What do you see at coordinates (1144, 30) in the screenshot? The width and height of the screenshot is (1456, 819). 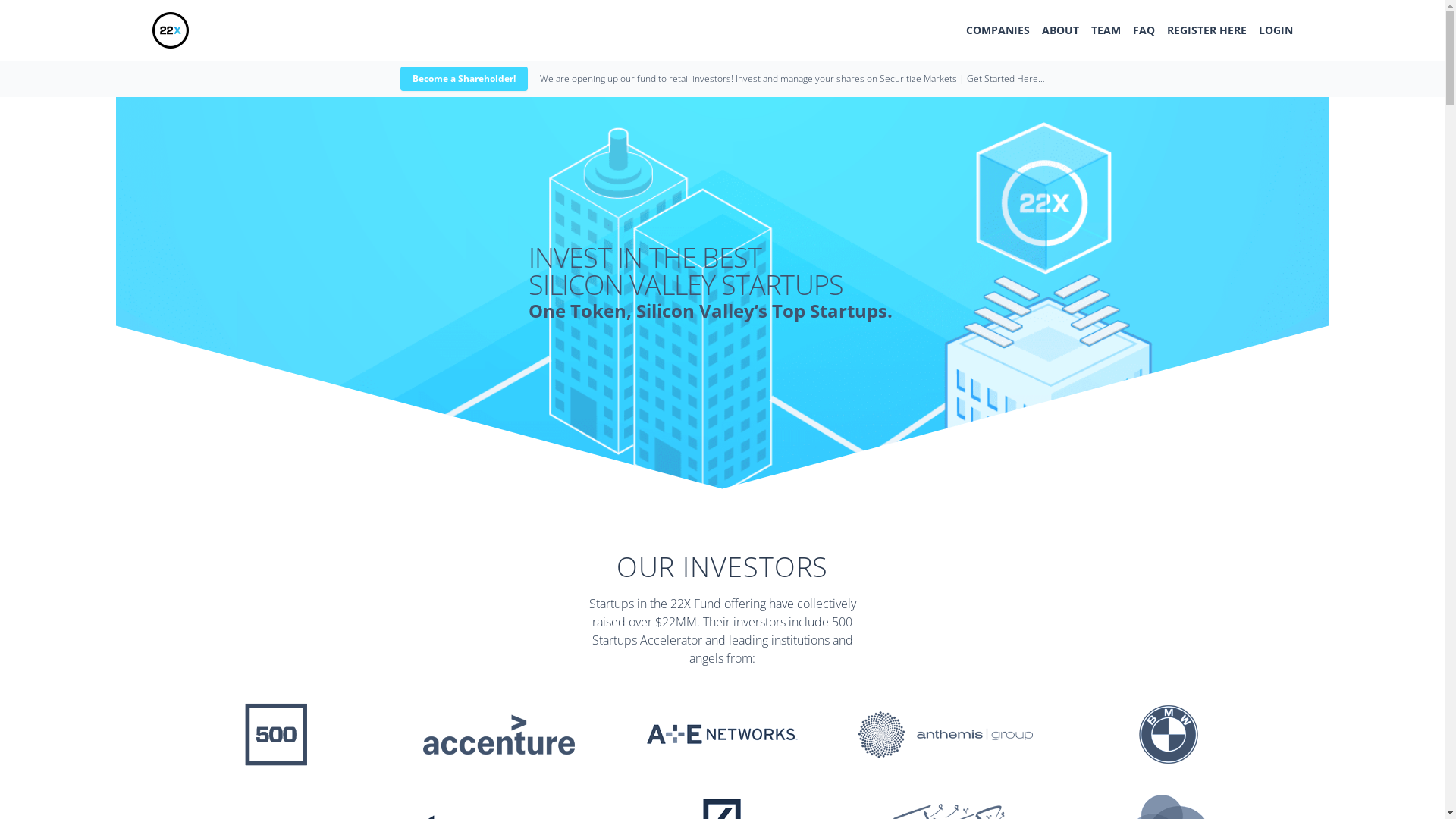 I see `'FAQ'` at bounding box center [1144, 30].